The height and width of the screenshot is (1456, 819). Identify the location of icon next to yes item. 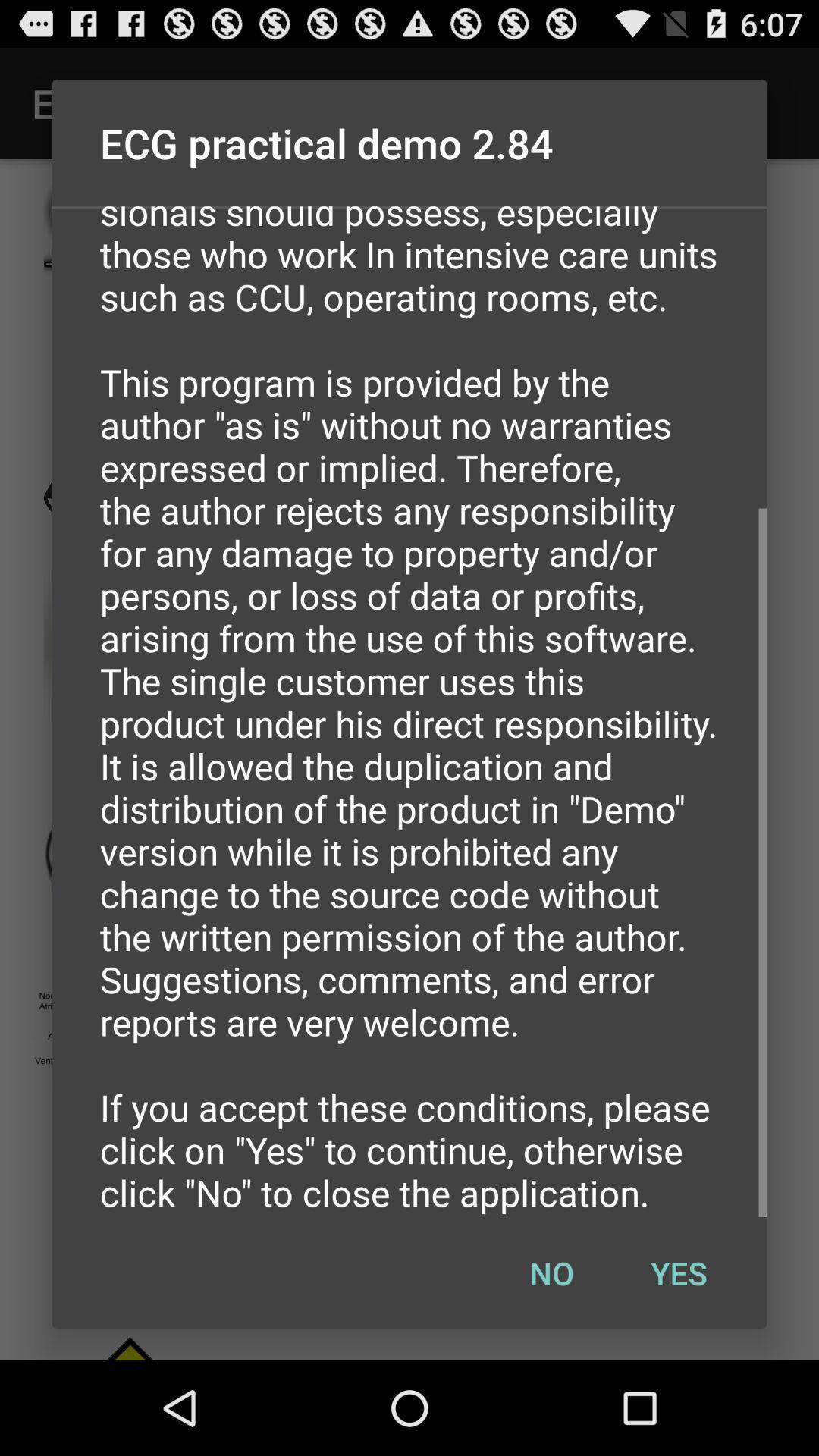
(551, 1272).